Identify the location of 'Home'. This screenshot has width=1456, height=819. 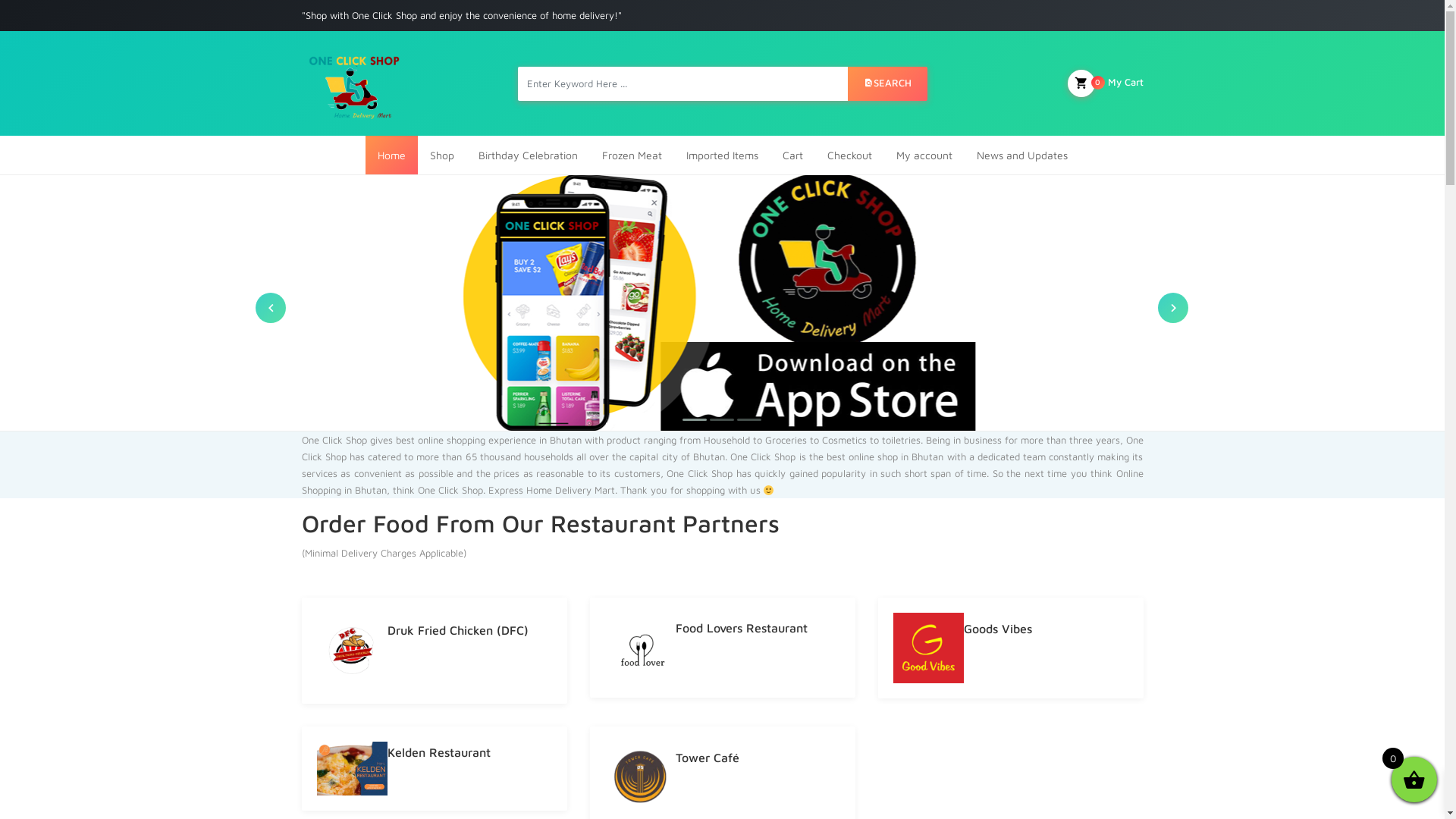
(391, 155).